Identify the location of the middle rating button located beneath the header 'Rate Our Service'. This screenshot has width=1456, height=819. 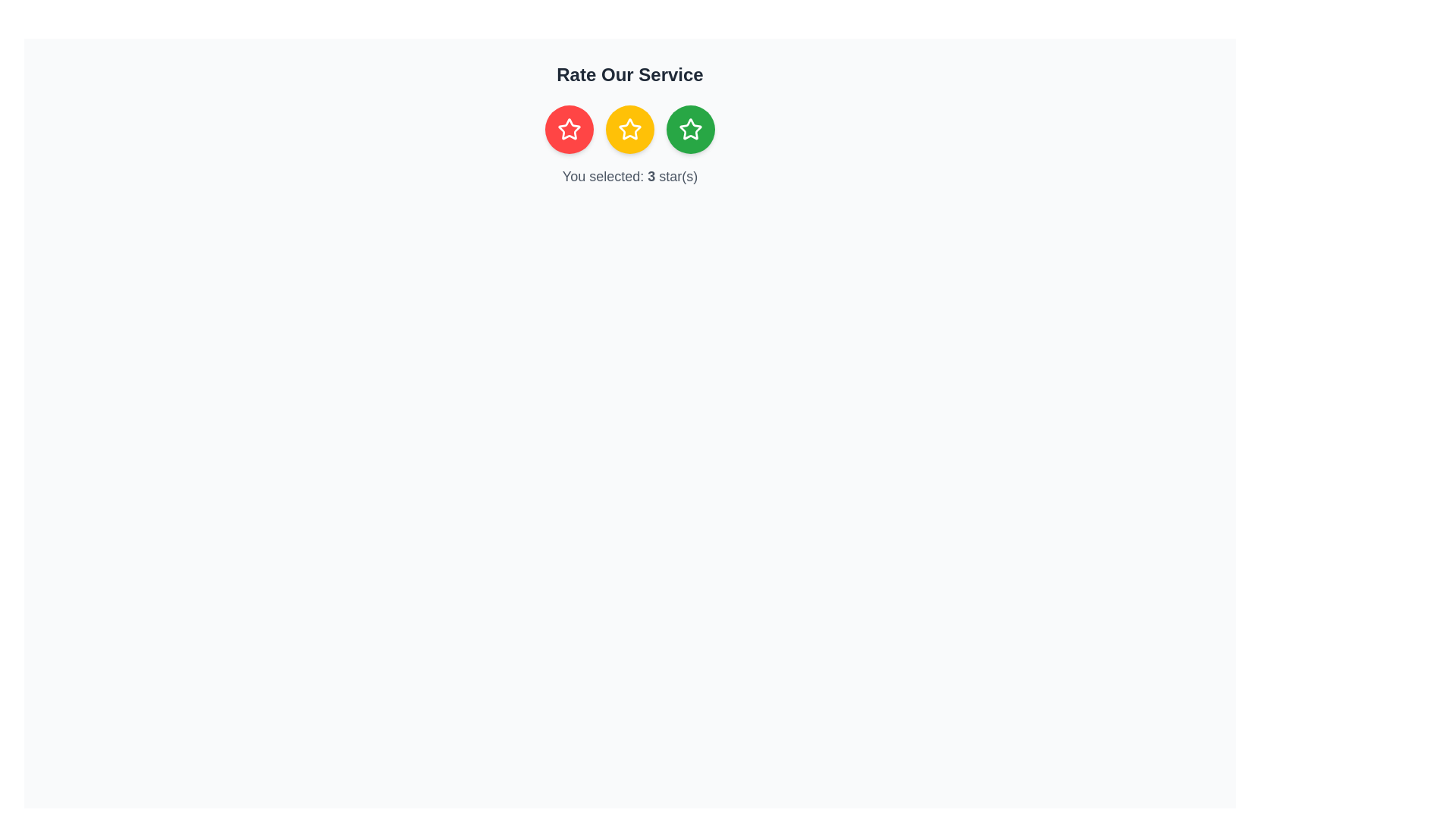
(629, 128).